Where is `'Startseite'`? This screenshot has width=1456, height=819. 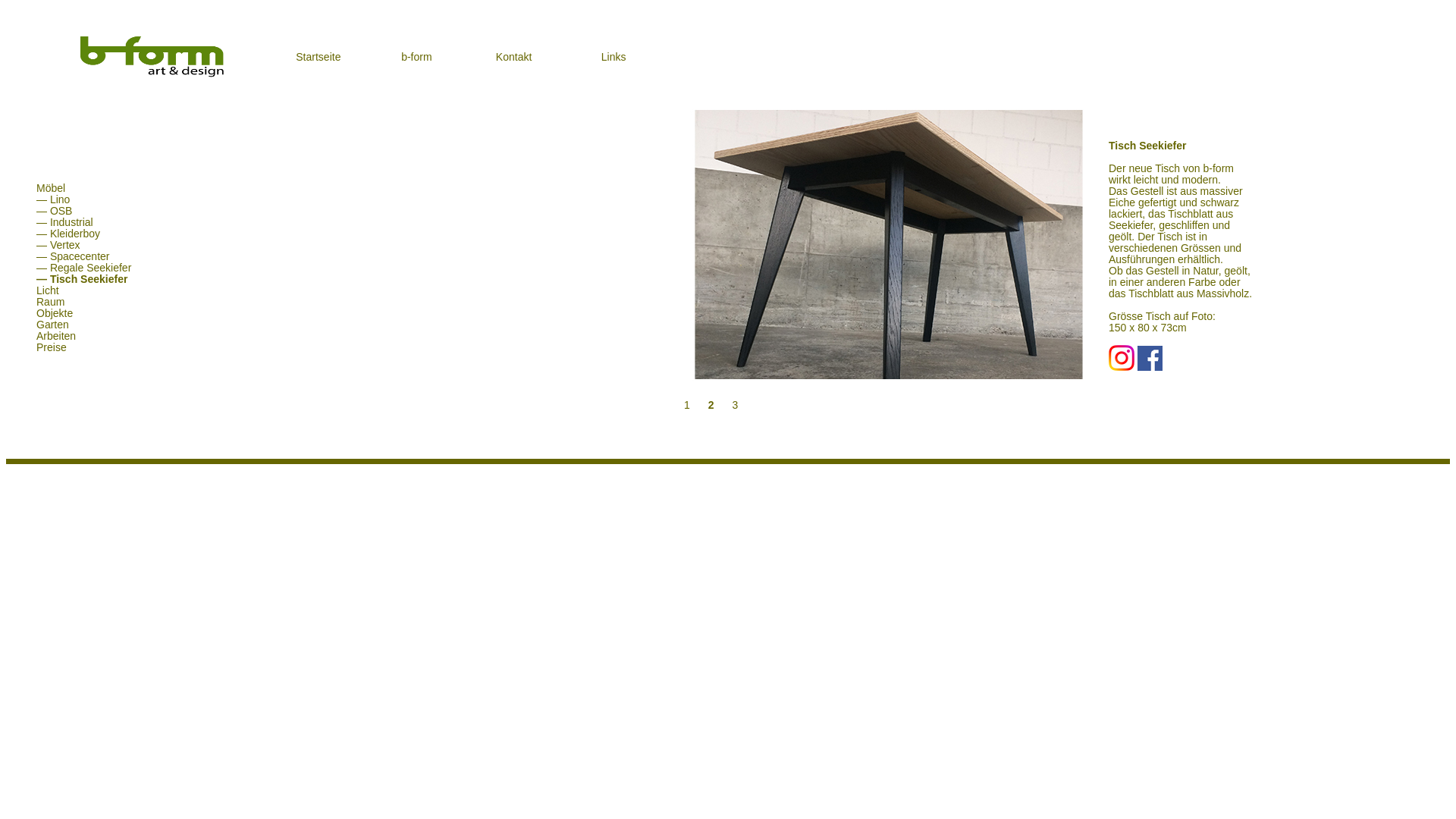 'Startseite' is located at coordinates (295, 55).